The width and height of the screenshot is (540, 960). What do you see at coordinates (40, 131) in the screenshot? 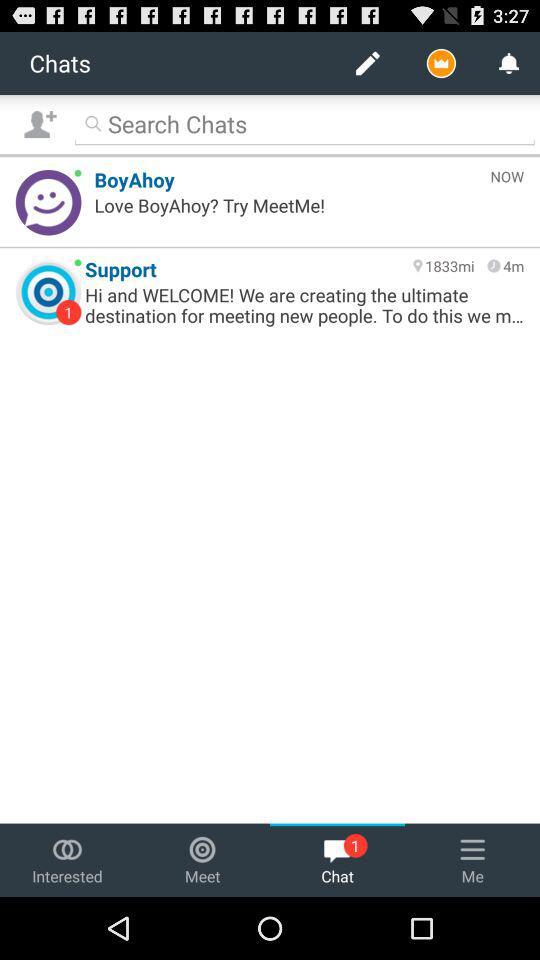
I see `the follow icon` at bounding box center [40, 131].